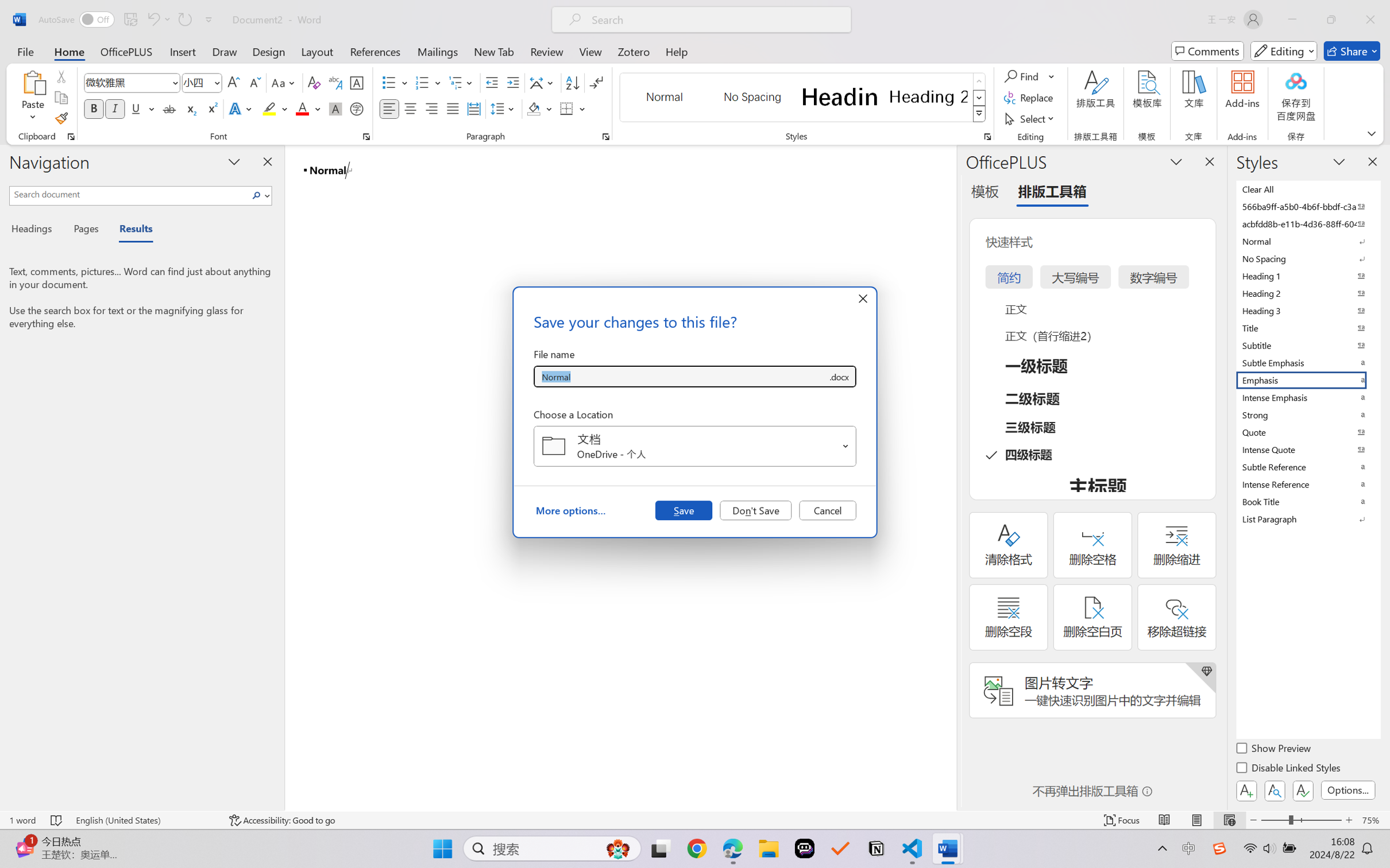 This screenshot has width=1390, height=868. Describe the element at coordinates (1331, 19) in the screenshot. I see `'Restore Down'` at that location.